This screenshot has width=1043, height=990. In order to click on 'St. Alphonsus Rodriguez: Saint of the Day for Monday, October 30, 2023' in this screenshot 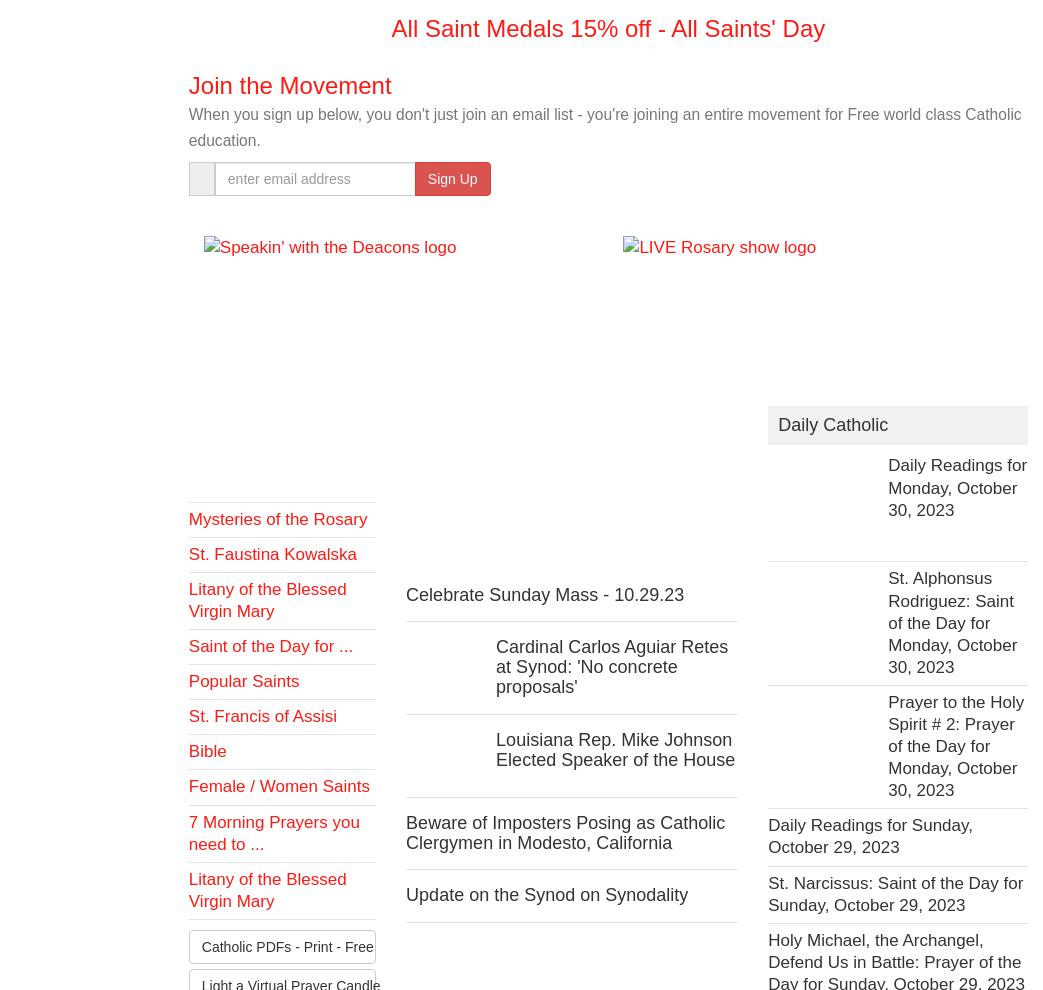, I will do `click(951, 621)`.